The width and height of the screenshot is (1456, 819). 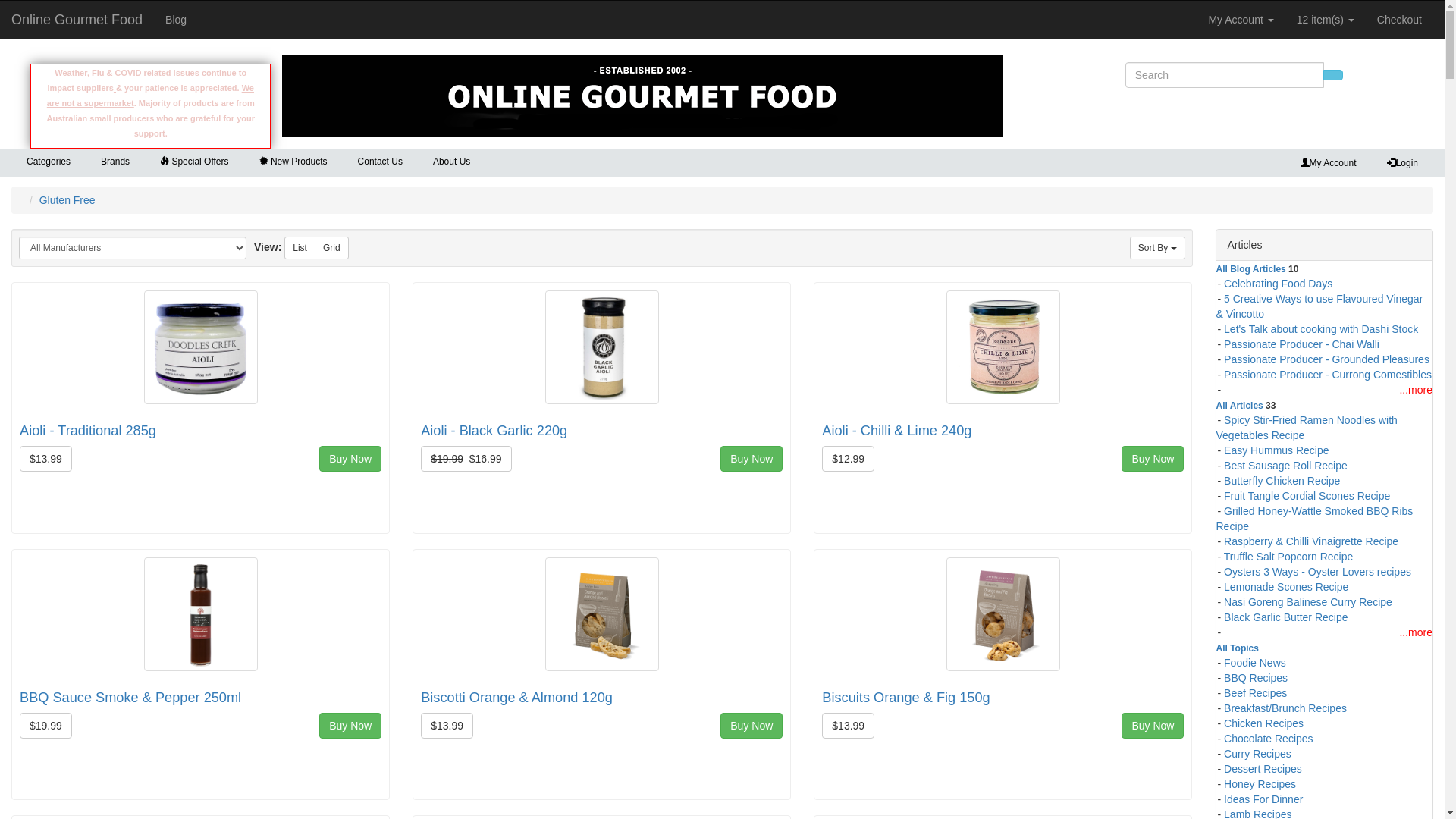 I want to click on 'Login', so click(x=1401, y=163).